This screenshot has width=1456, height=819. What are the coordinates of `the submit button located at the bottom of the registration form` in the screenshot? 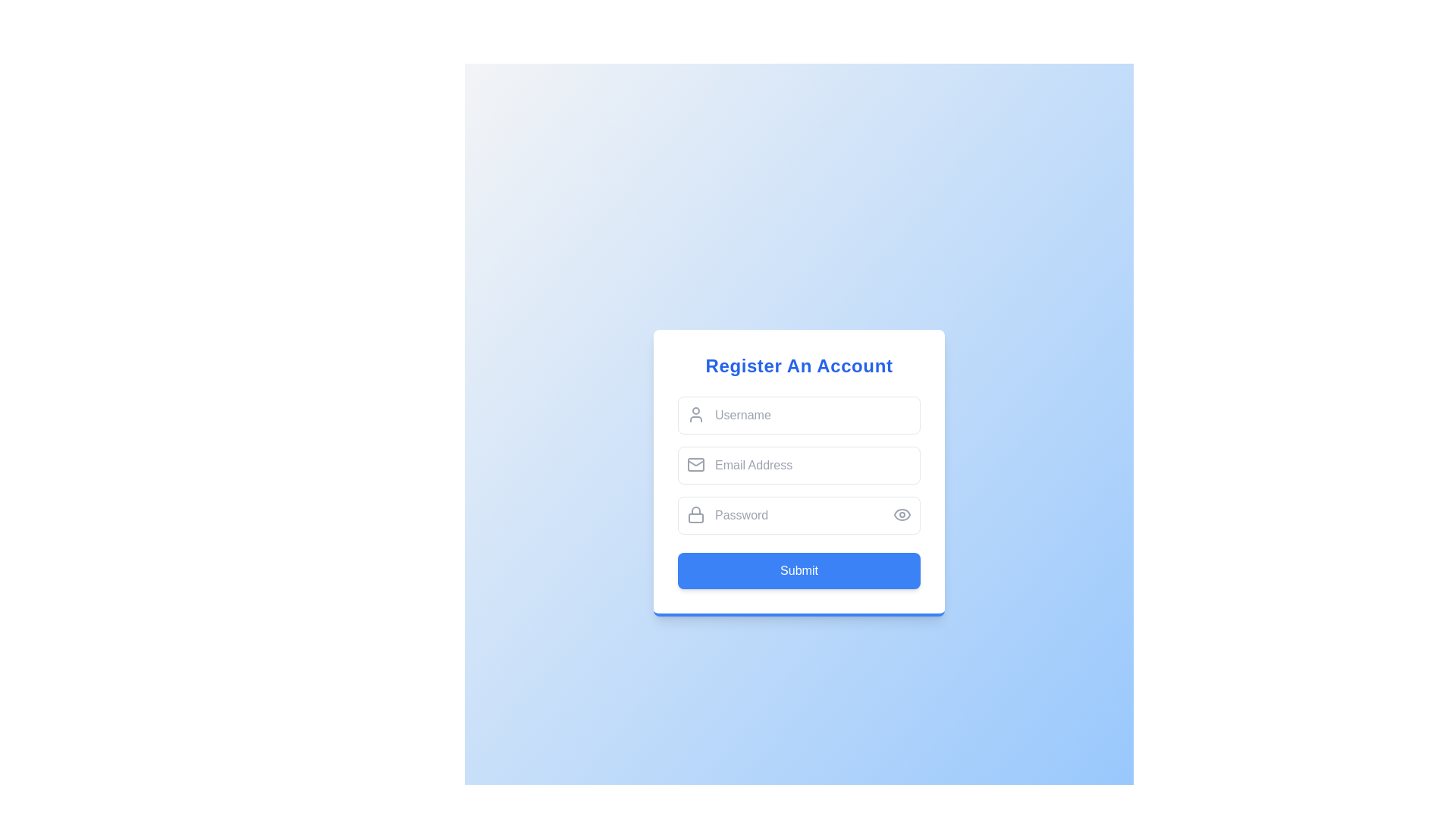 It's located at (799, 570).